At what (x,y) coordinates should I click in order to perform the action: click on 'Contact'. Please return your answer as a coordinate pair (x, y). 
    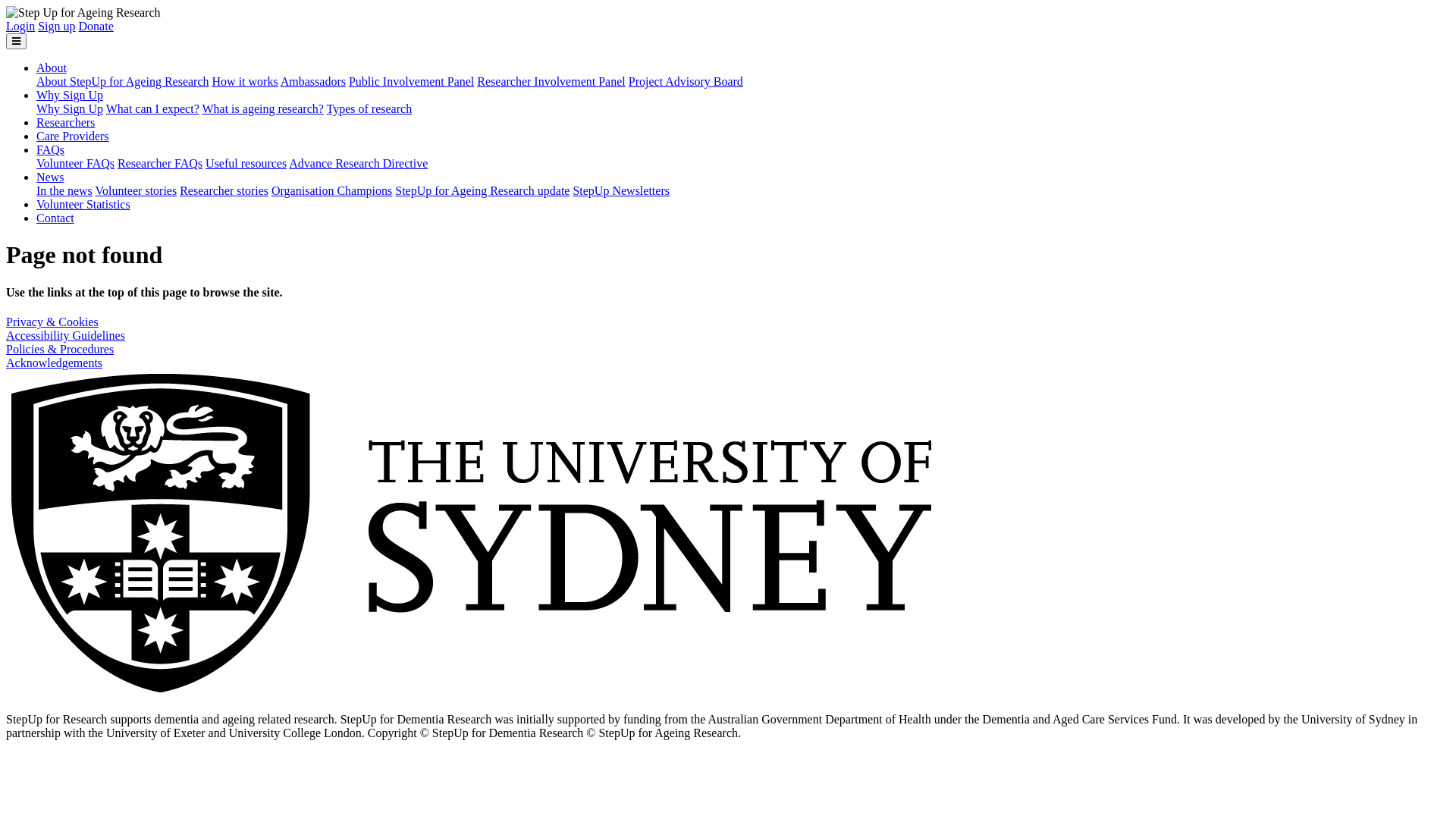
    Looking at the image, I should click on (55, 218).